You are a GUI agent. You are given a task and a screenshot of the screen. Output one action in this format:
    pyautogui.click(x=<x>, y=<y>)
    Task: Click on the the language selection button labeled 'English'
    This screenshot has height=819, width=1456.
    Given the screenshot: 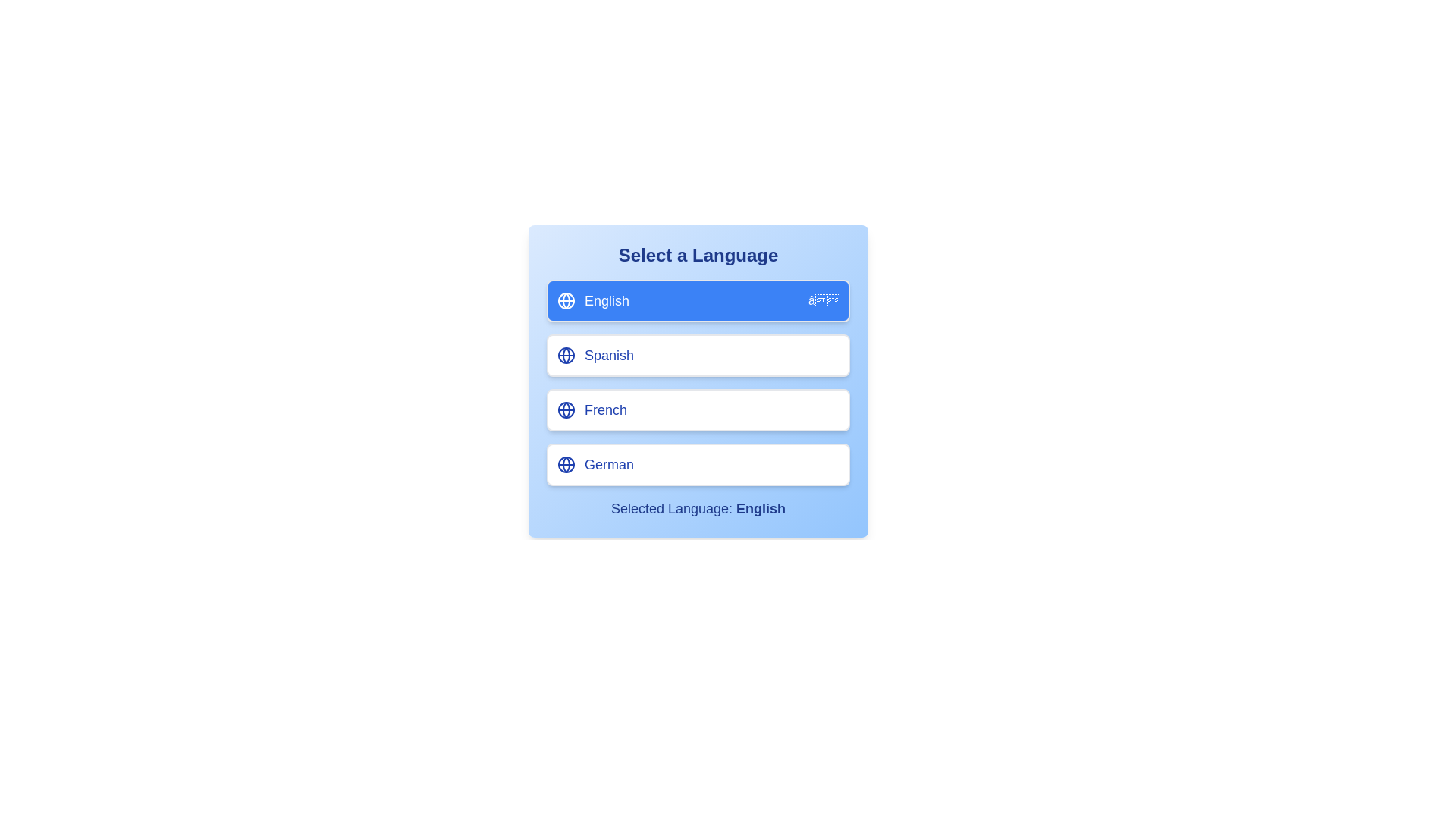 What is the action you would take?
    pyautogui.click(x=698, y=301)
    